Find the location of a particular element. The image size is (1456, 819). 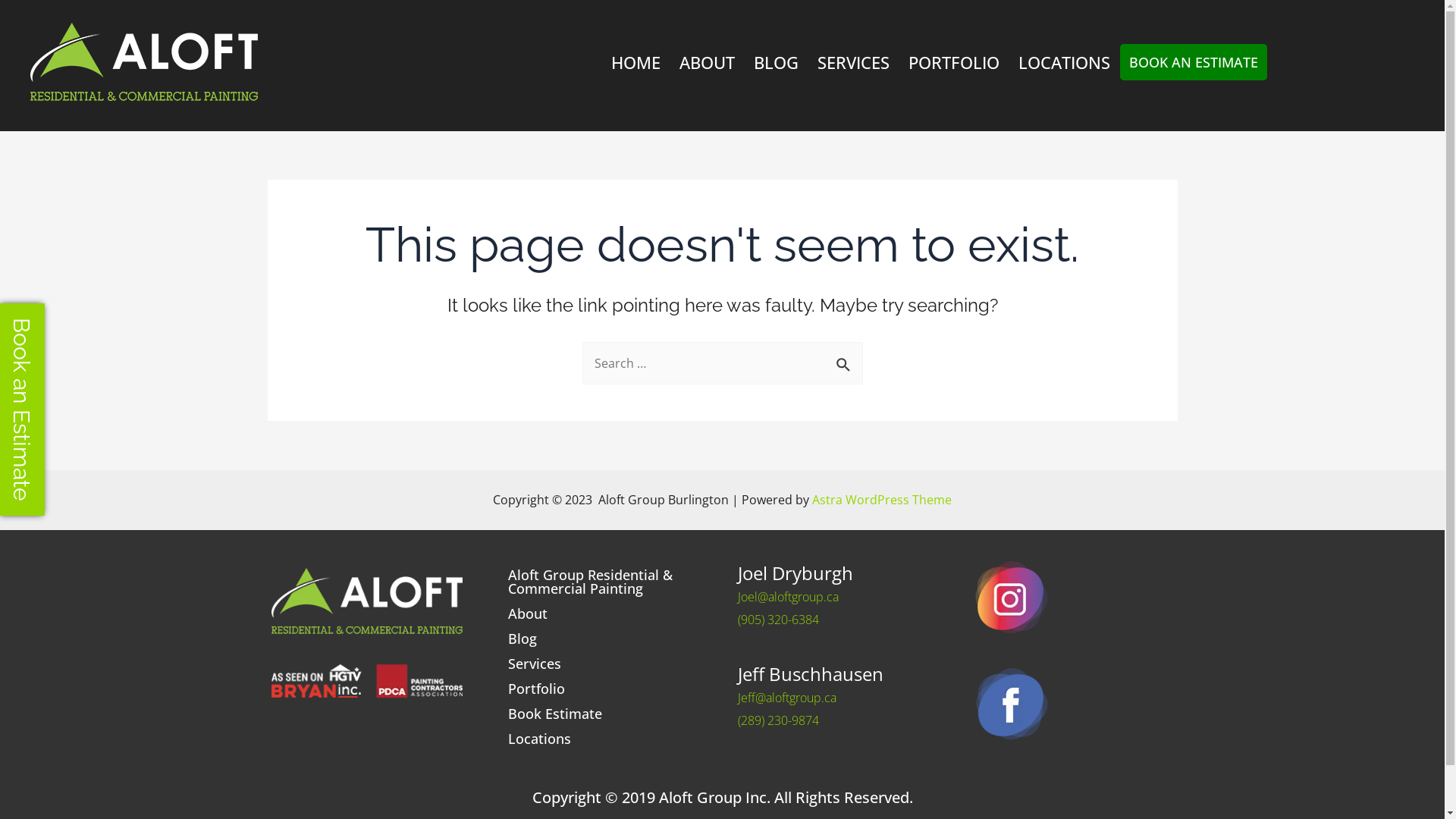

'BOOK AN ESTIMATE' is located at coordinates (1193, 61).